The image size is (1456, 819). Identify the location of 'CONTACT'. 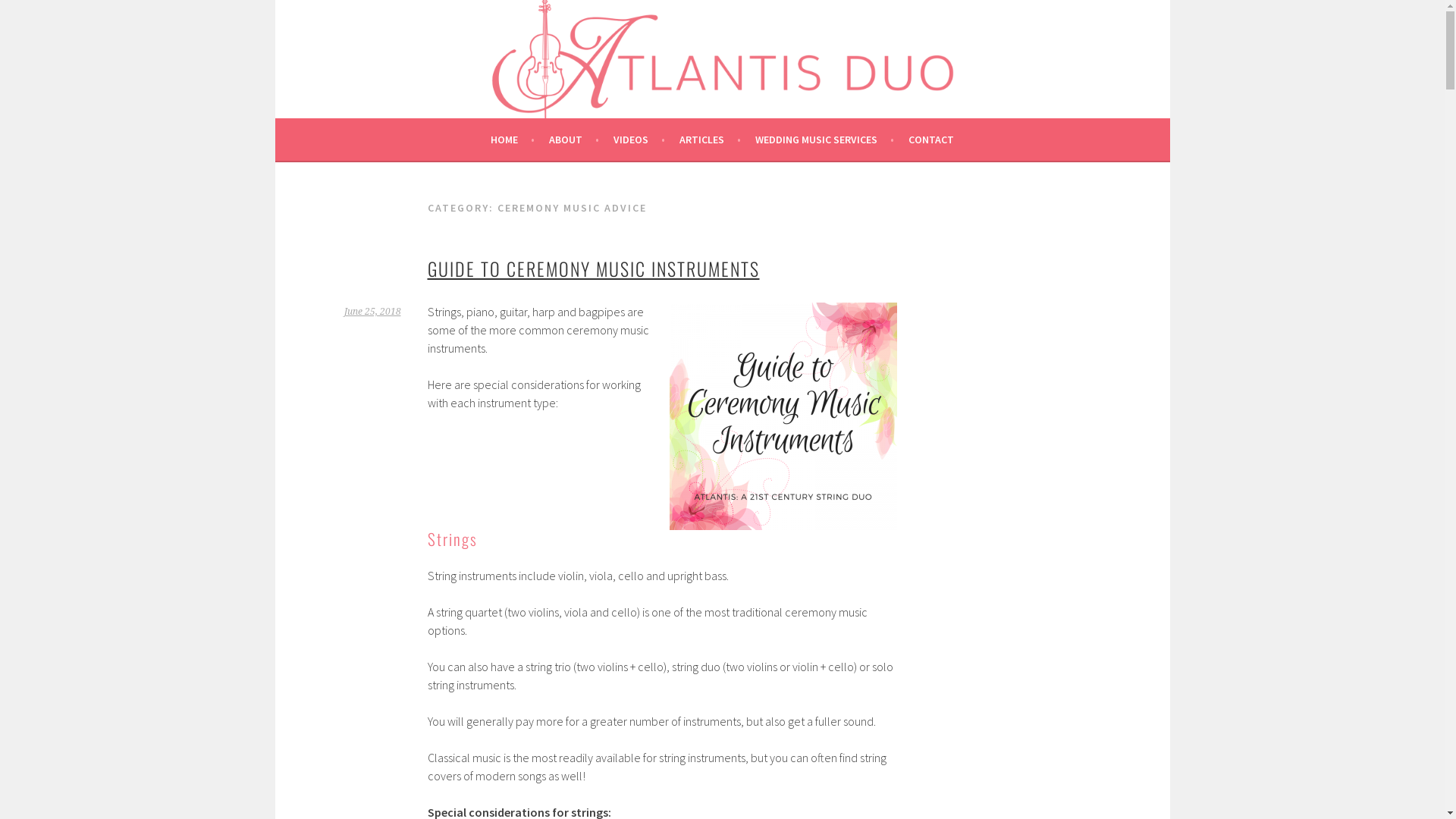
(908, 140).